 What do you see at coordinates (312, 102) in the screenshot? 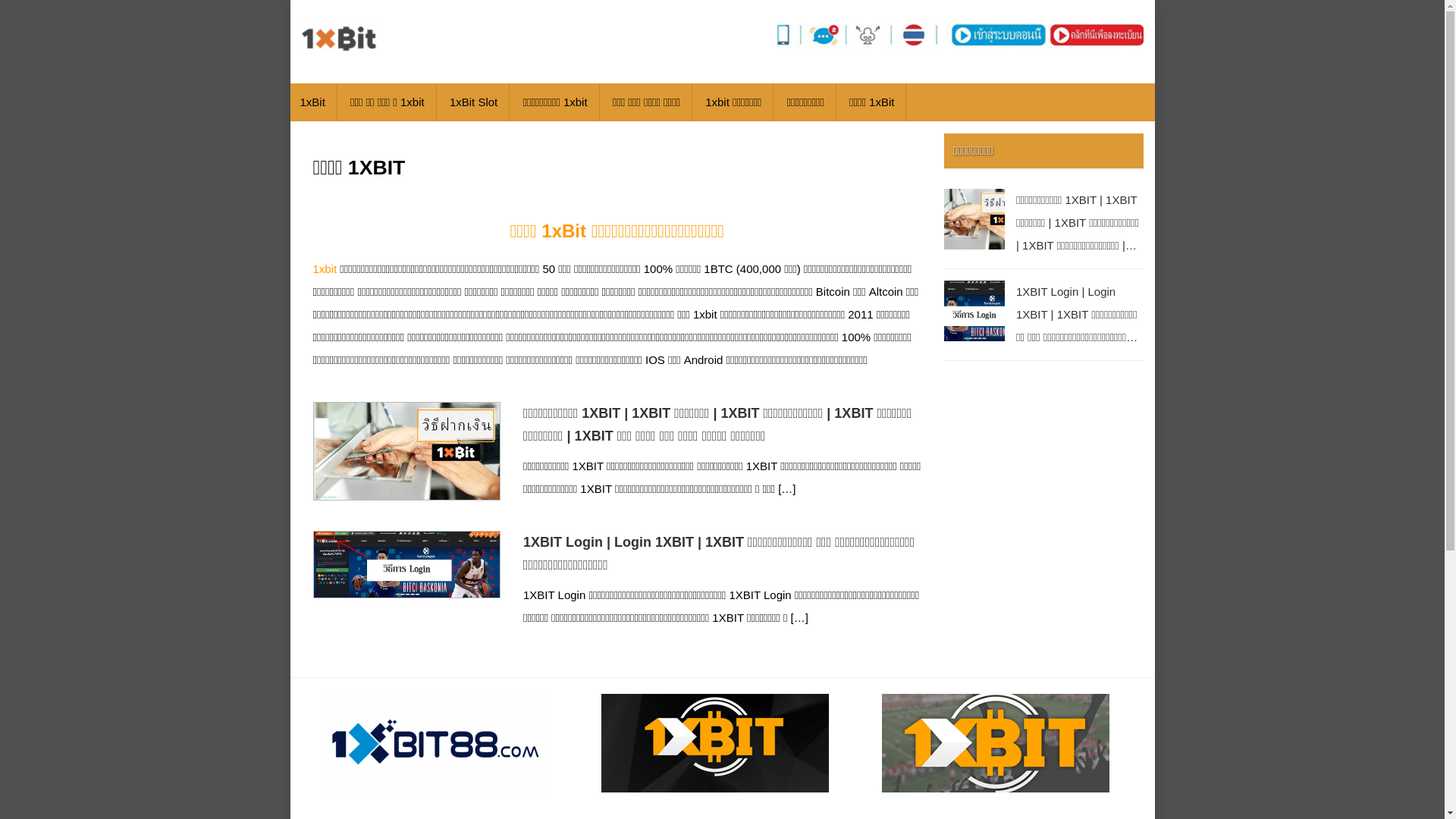
I see `'1xBit'` at bounding box center [312, 102].